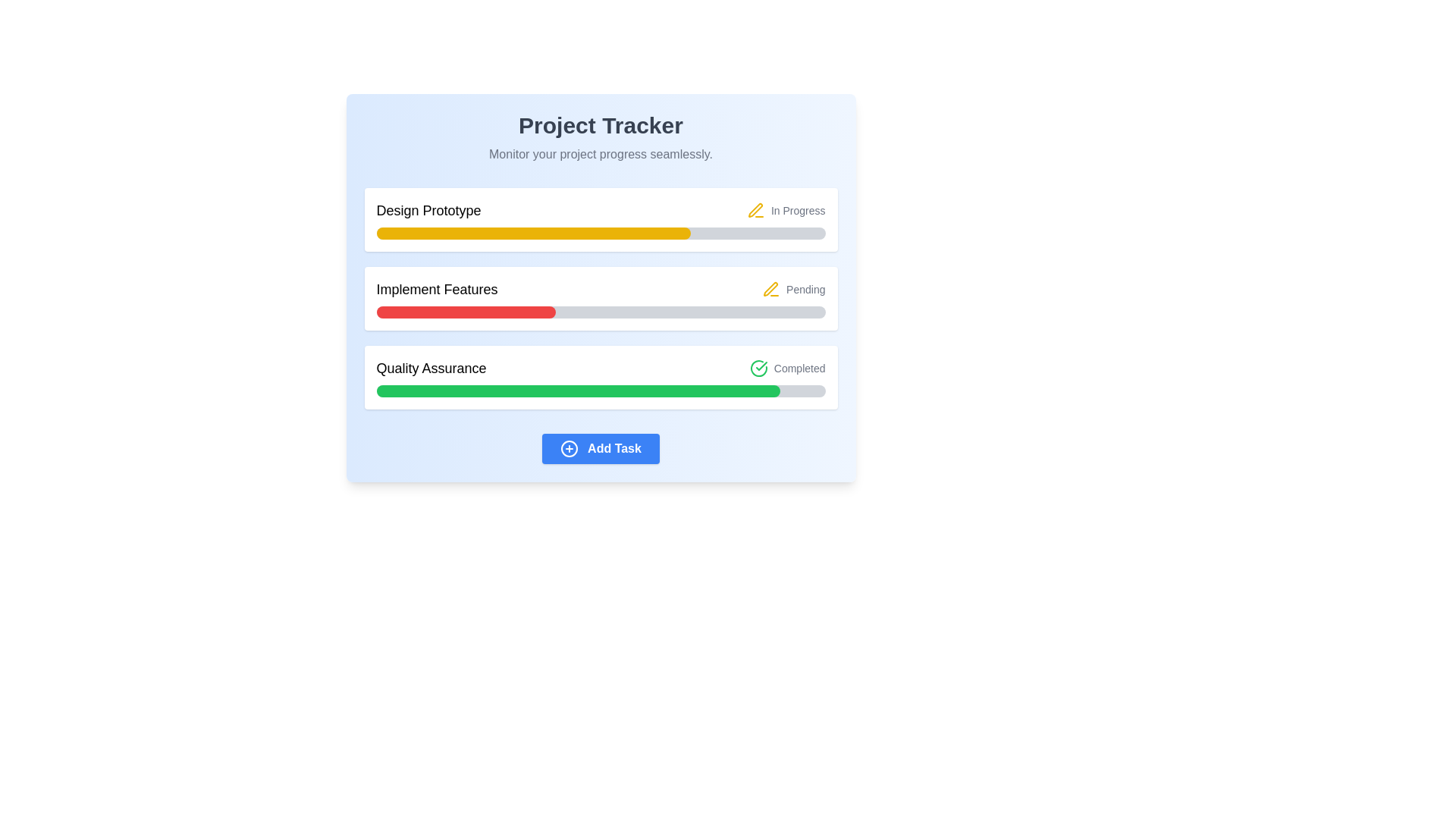  Describe the element at coordinates (792, 234) in the screenshot. I see `the progress bar` at that location.